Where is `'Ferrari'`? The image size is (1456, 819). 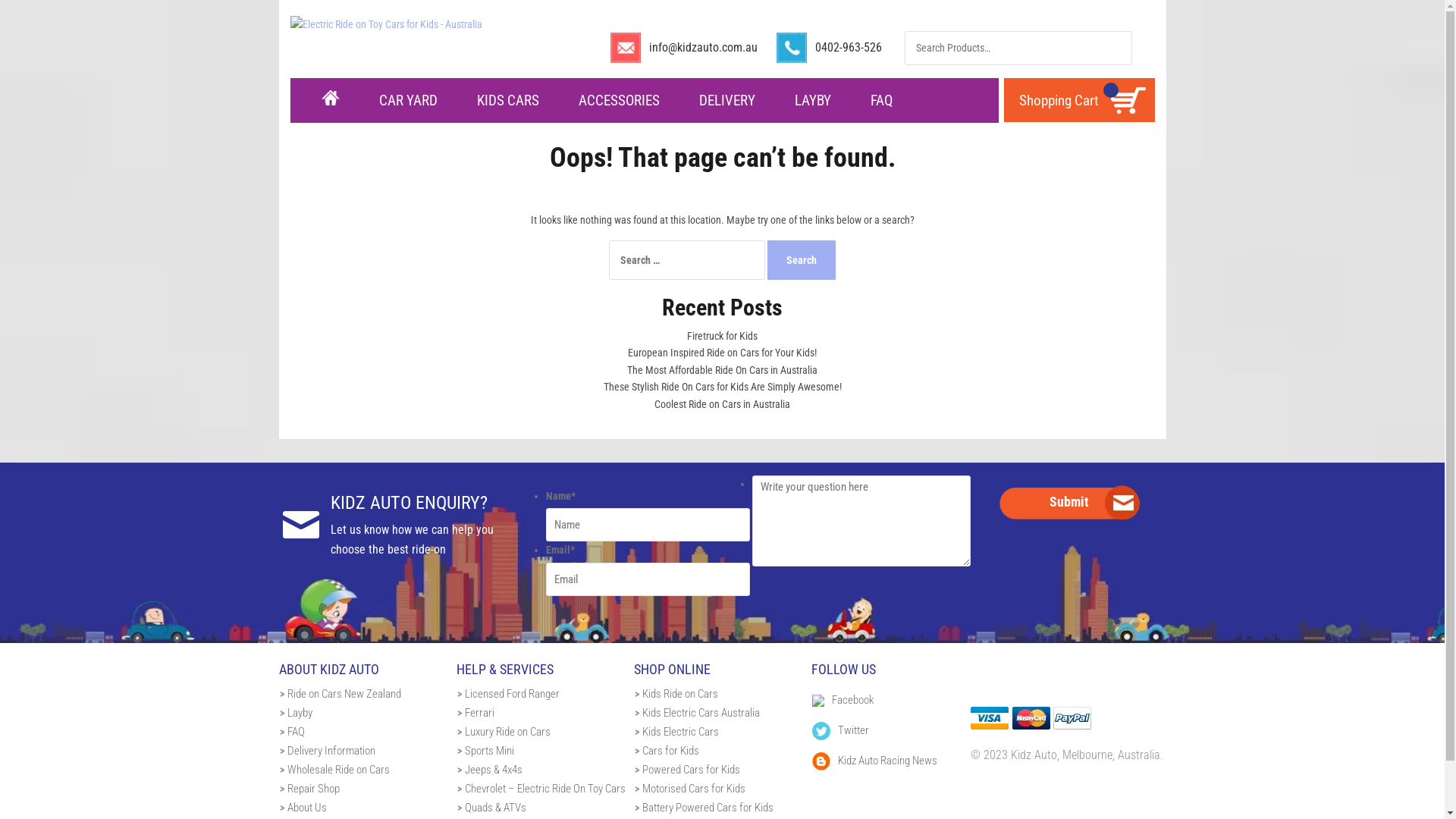 'Ferrari' is located at coordinates (478, 713).